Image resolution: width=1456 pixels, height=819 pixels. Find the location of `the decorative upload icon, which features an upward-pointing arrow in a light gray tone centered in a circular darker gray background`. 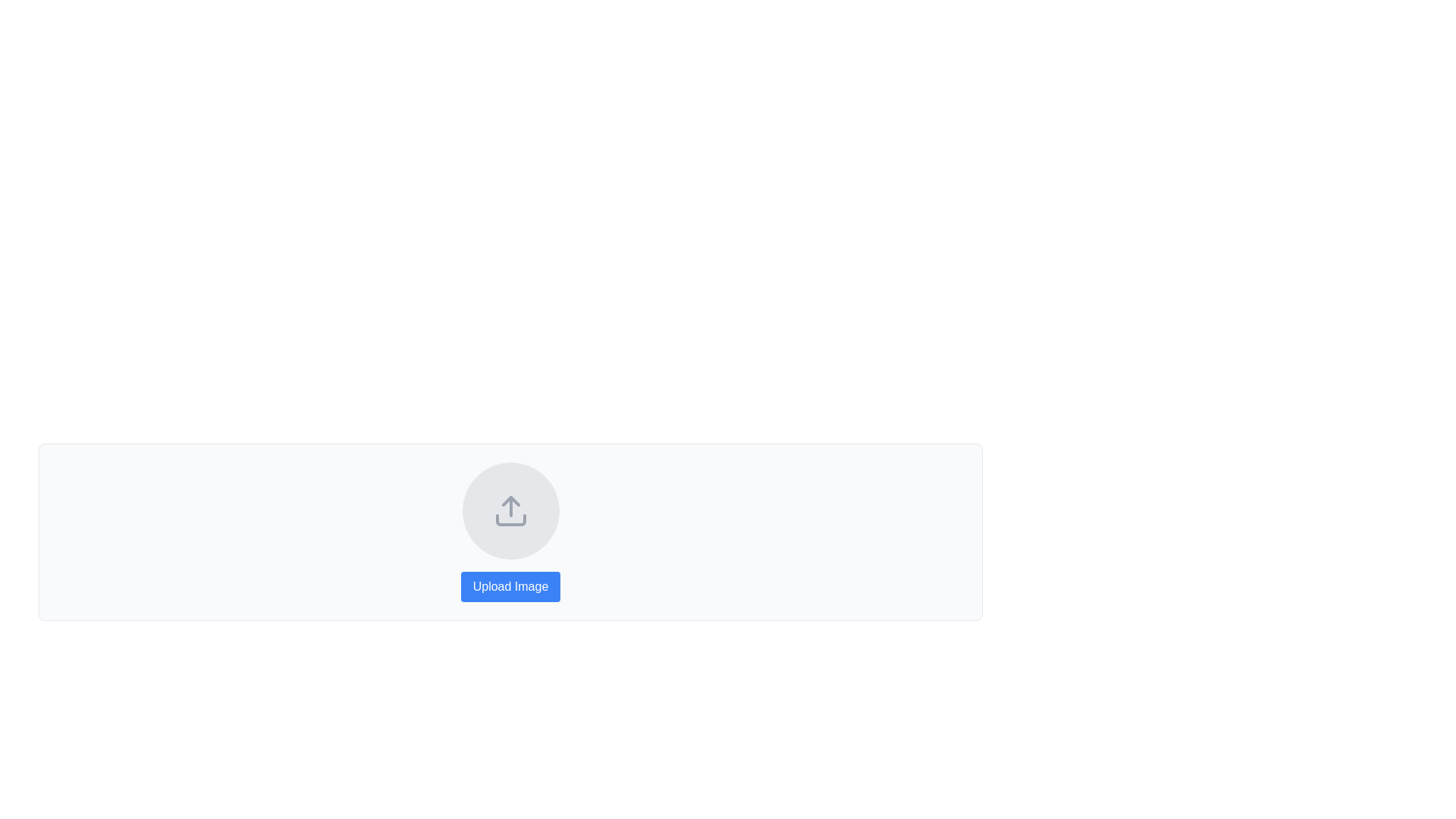

the decorative upload icon, which features an upward-pointing arrow in a light gray tone centered in a circular darker gray background is located at coordinates (510, 511).